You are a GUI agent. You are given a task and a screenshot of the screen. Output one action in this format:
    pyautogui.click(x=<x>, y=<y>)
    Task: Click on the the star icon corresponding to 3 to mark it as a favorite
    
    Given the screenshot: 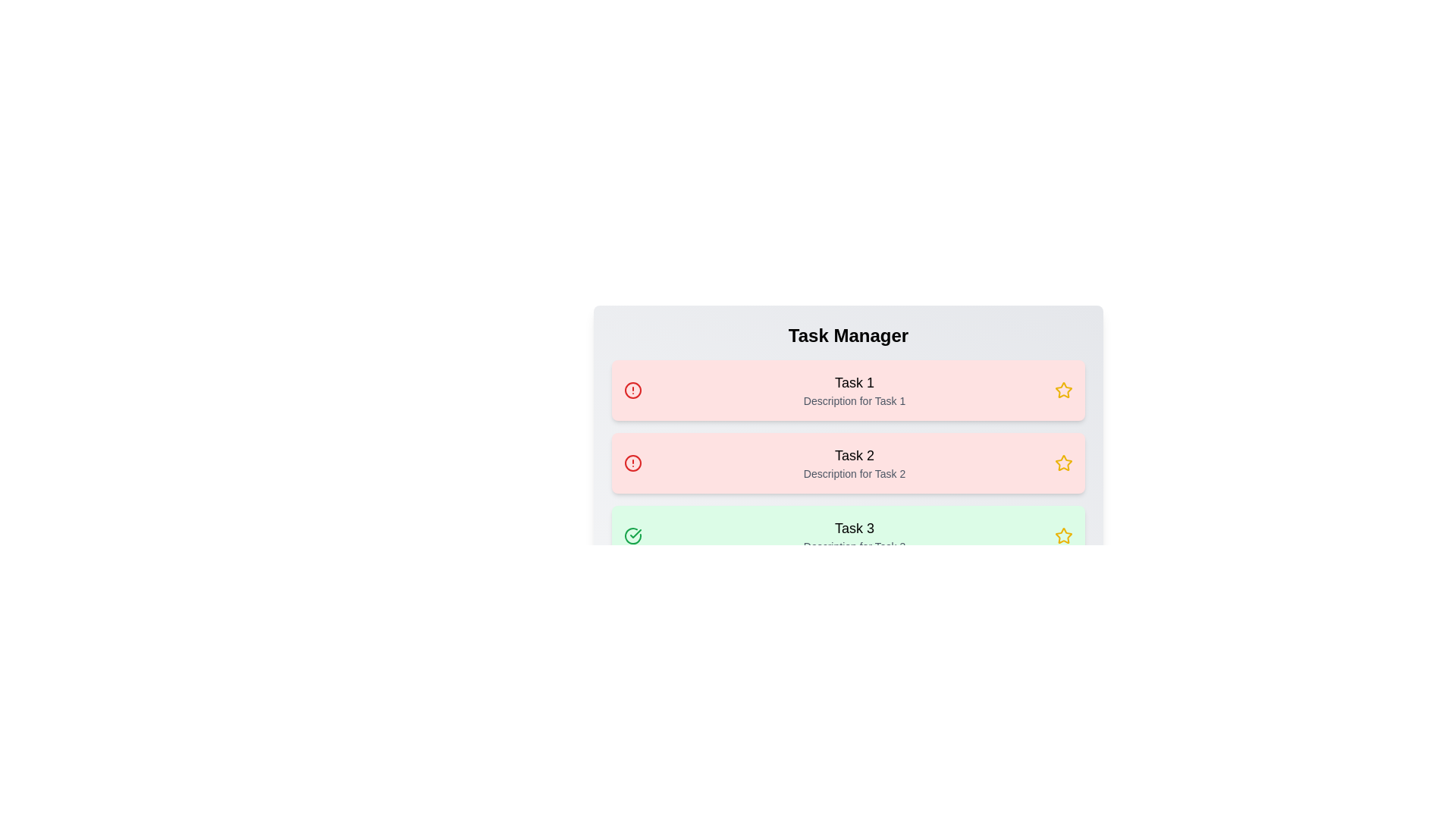 What is the action you would take?
    pyautogui.click(x=1062, y=535)
    